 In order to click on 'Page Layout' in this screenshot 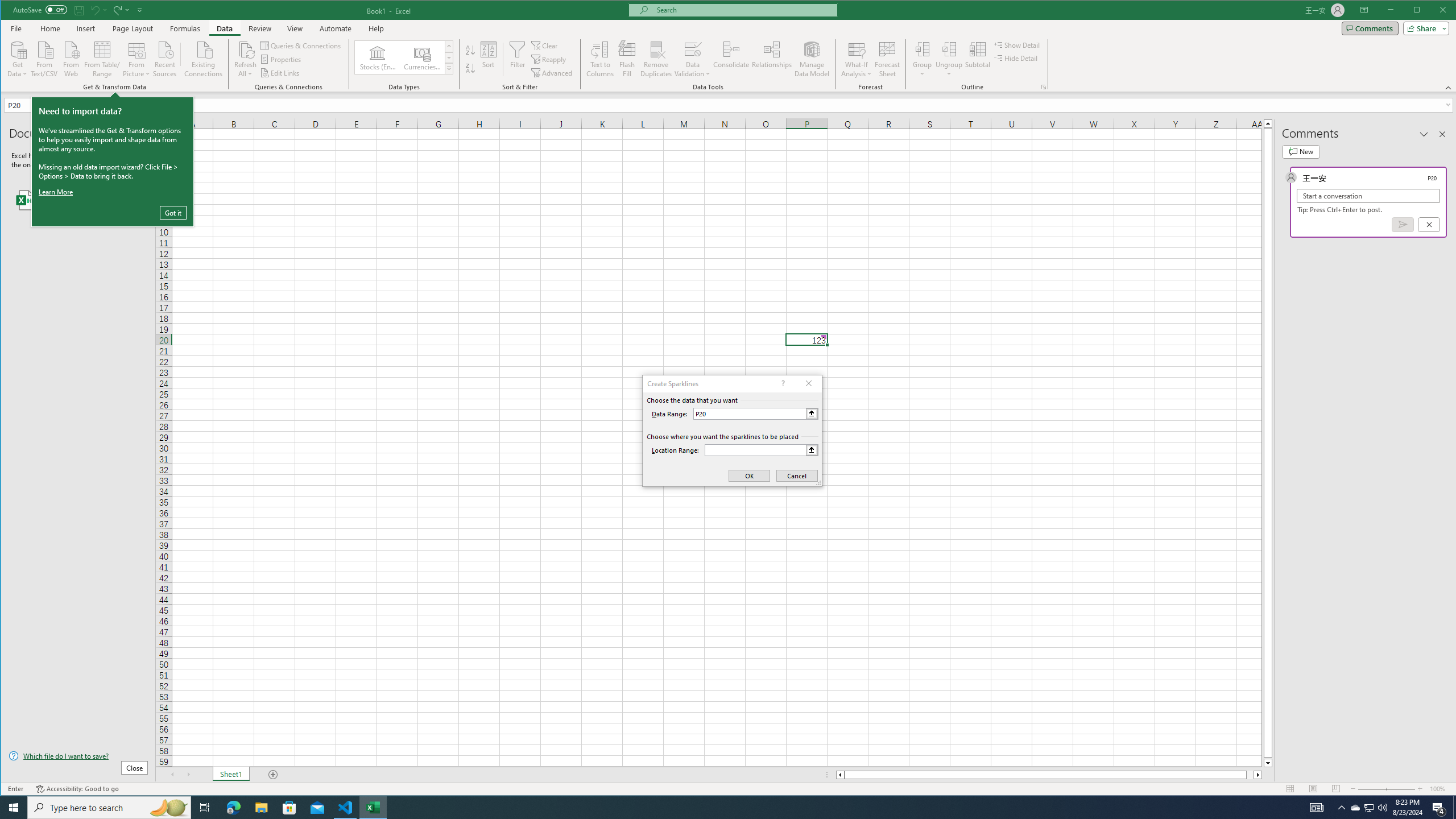, I will do `click(132, 28)`.